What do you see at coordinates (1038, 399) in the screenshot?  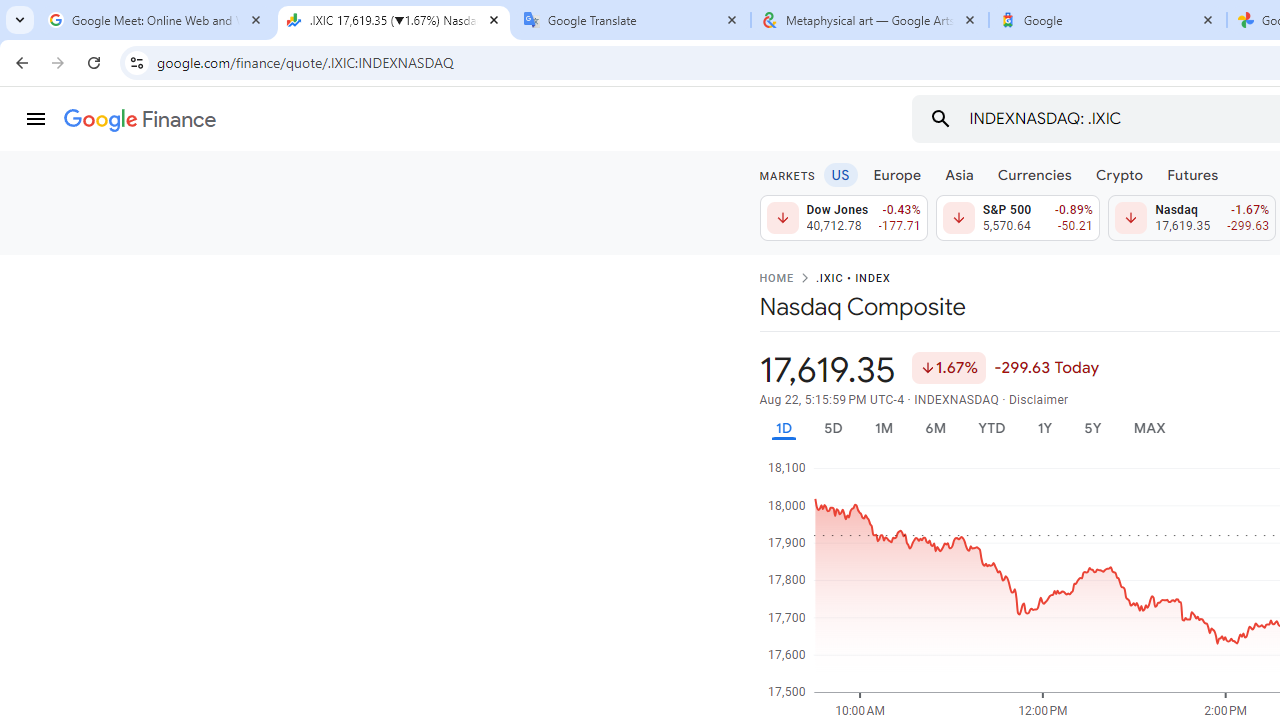 I see `'Disclaimer'` at bounding box center [1038, 399].